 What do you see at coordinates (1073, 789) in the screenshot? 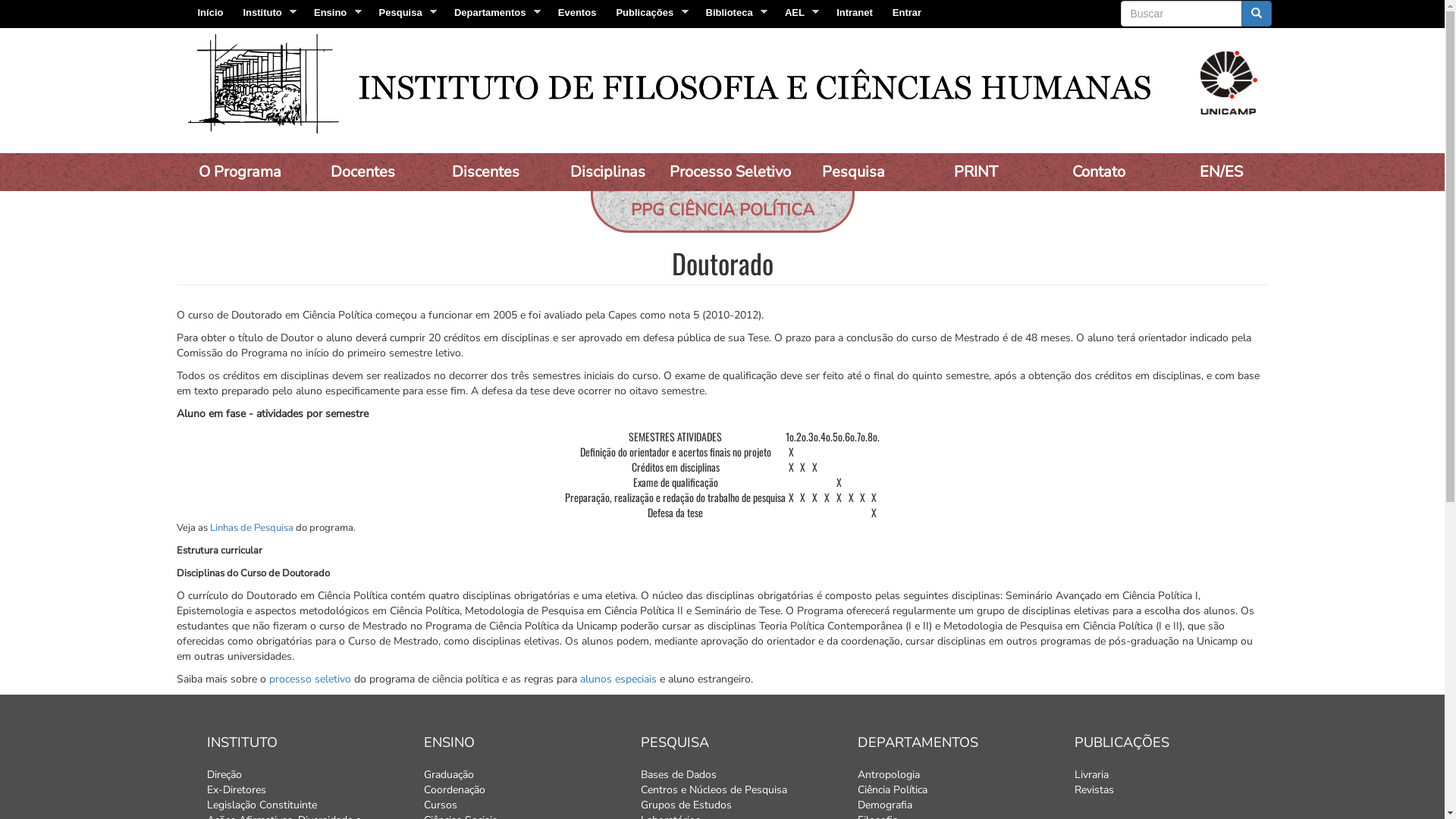
I see `'Revistas'` at bounding box center [1073, 789].